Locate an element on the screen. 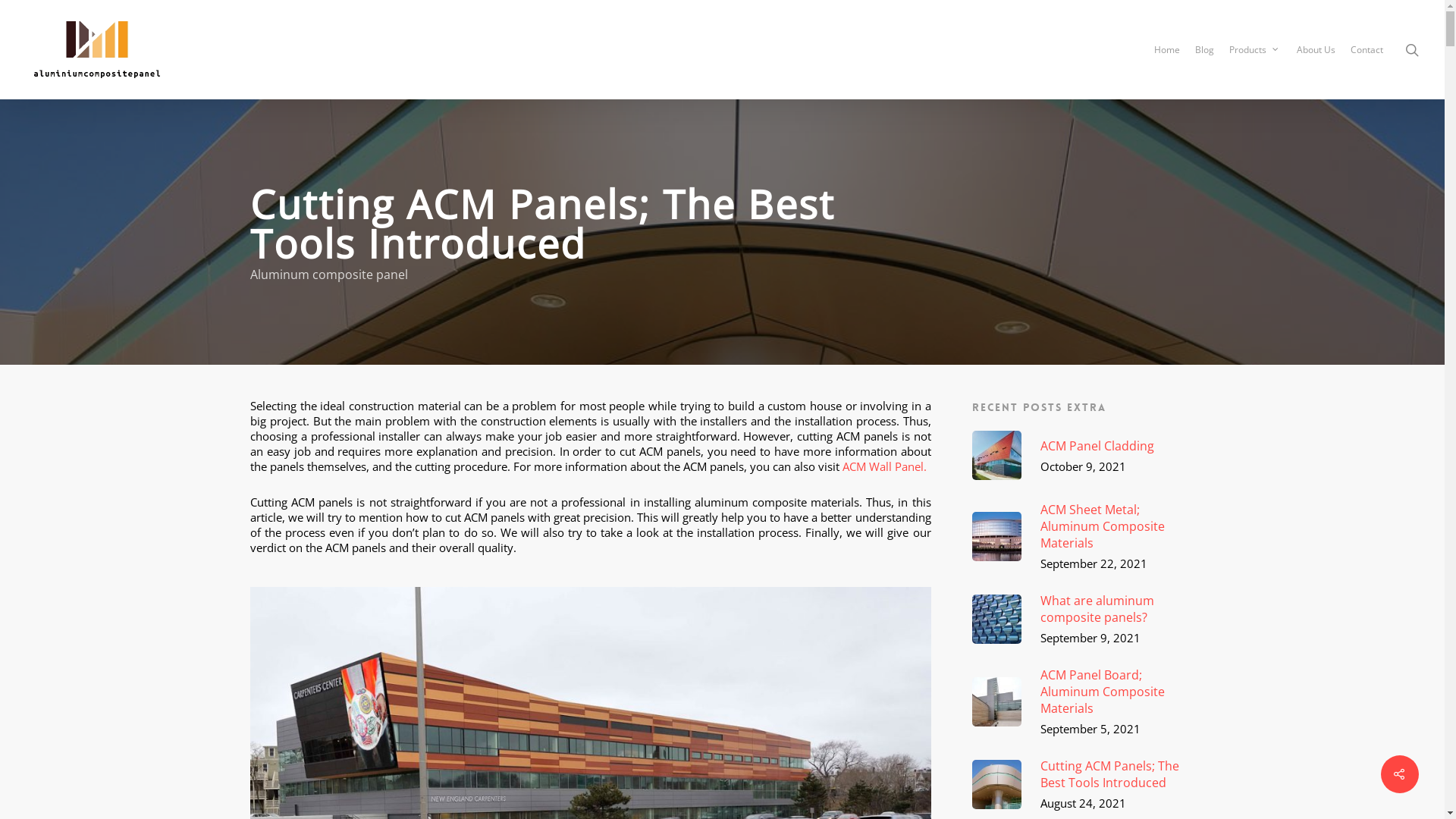 The width and height of the screenshot is (1456, 819). 'What are aluminum composite panels? is located at coordinates (1082, 619).